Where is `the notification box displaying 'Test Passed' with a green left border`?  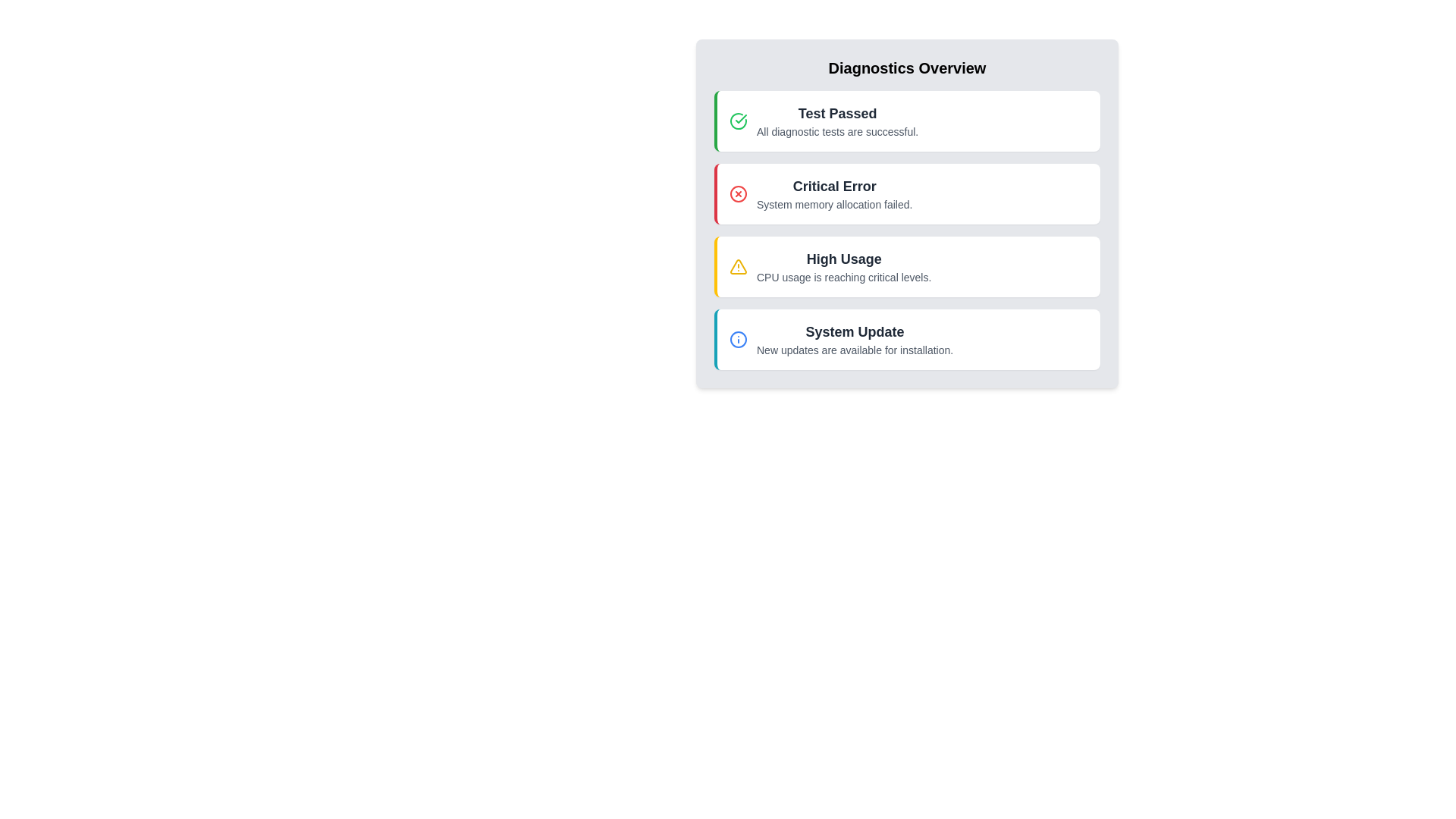
the notification box displaying 'Test Passed' with a green left border is located at coordinates (907, 120).